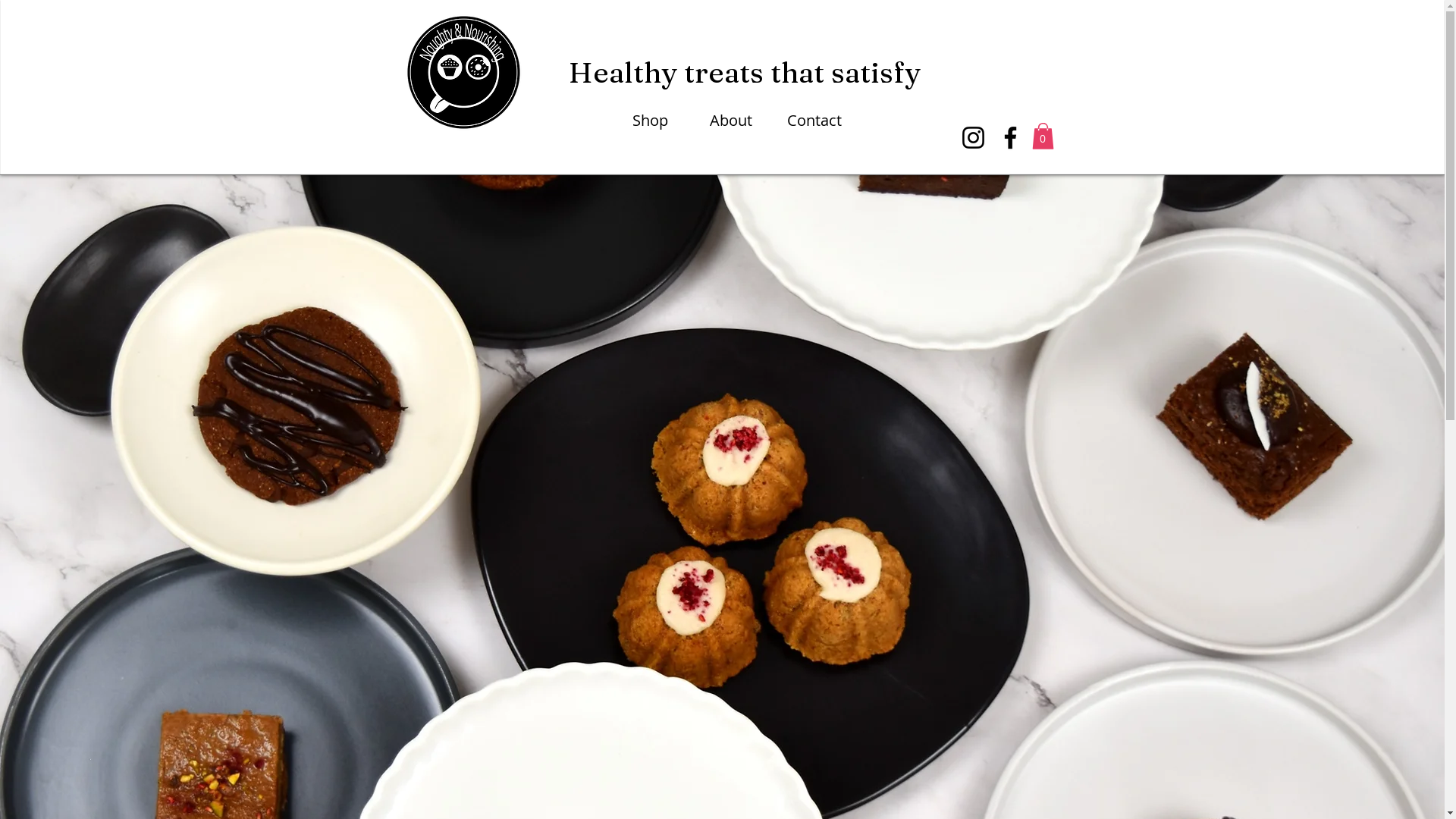 The height and width of the screenshot is (819, 1456). What do you see at coordinates (813, 119) in the screenshot?
I see `'Contact'` at bounding box center [813, 119].